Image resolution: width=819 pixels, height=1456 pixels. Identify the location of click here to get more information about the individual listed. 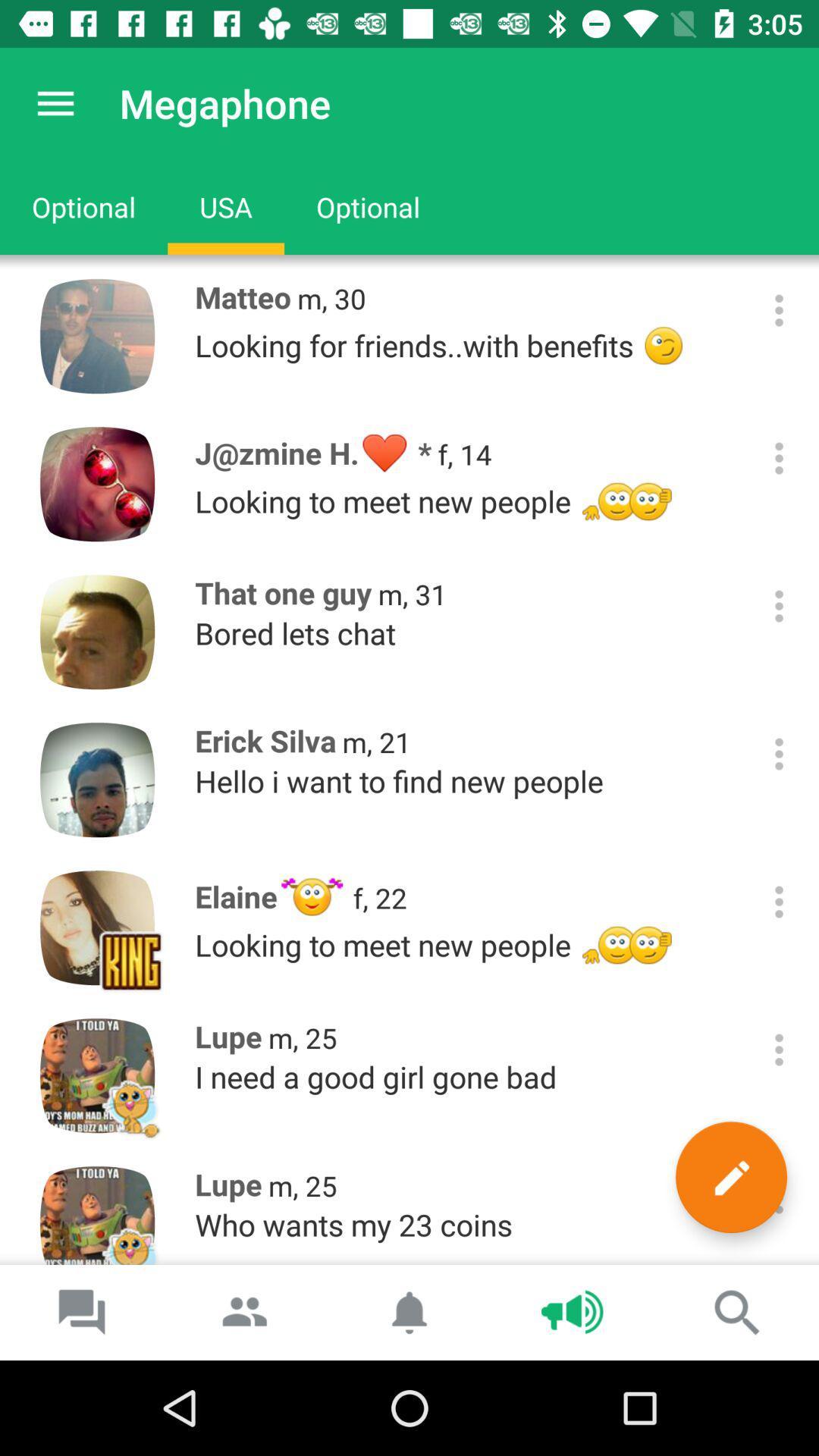
(779, 605).